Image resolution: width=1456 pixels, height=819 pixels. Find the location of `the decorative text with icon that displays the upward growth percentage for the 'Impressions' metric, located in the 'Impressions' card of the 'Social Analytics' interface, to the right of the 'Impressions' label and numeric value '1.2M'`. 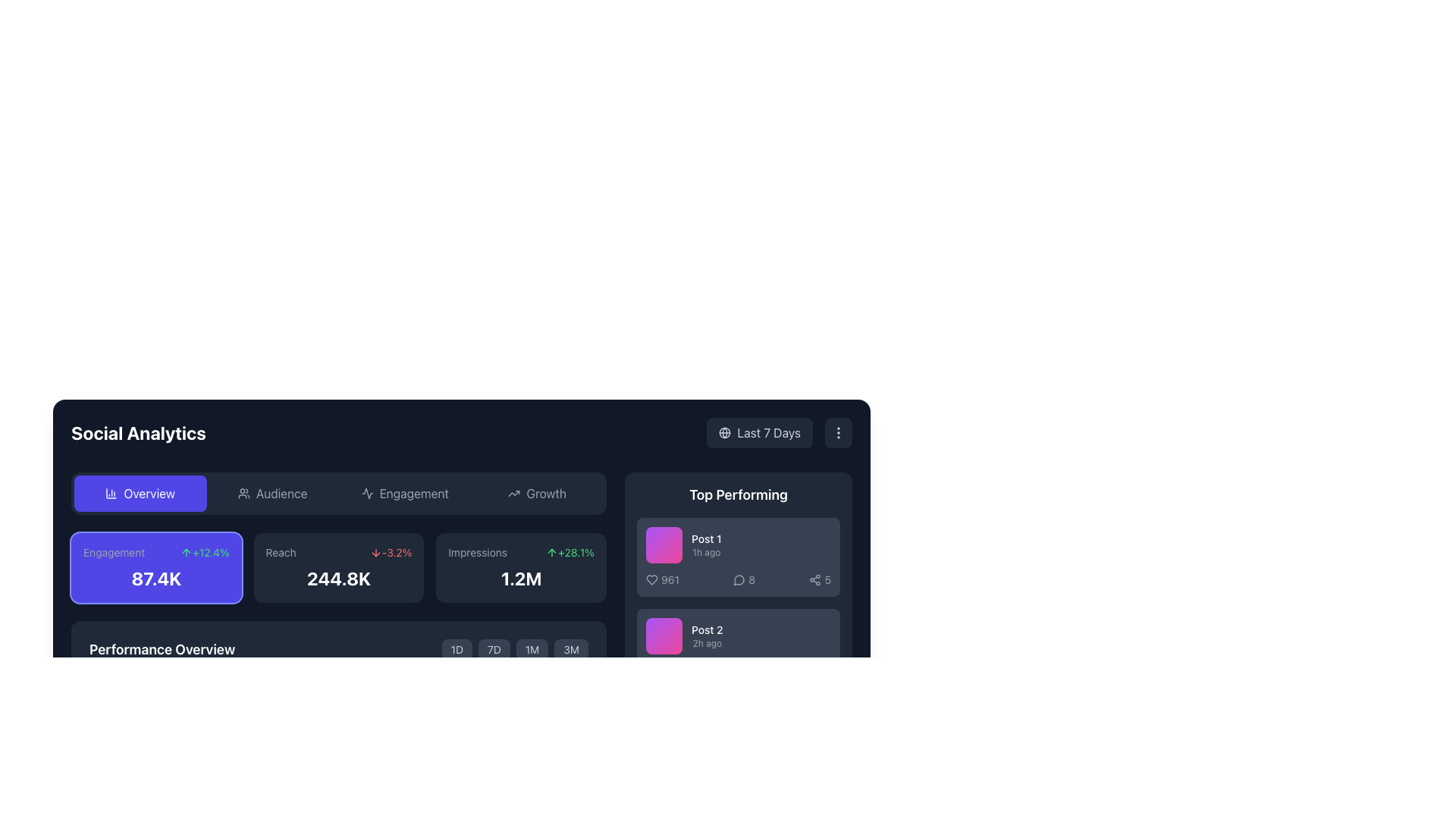

the decorative text with icon that displays the upward growth percentage for the 'Impressions' metric, located in the 'Impressions' card of the 'Social Analytics' interface, to the right of the 'Impressions' label and numeric value '1.2M' is located at coordinates (570, 553).